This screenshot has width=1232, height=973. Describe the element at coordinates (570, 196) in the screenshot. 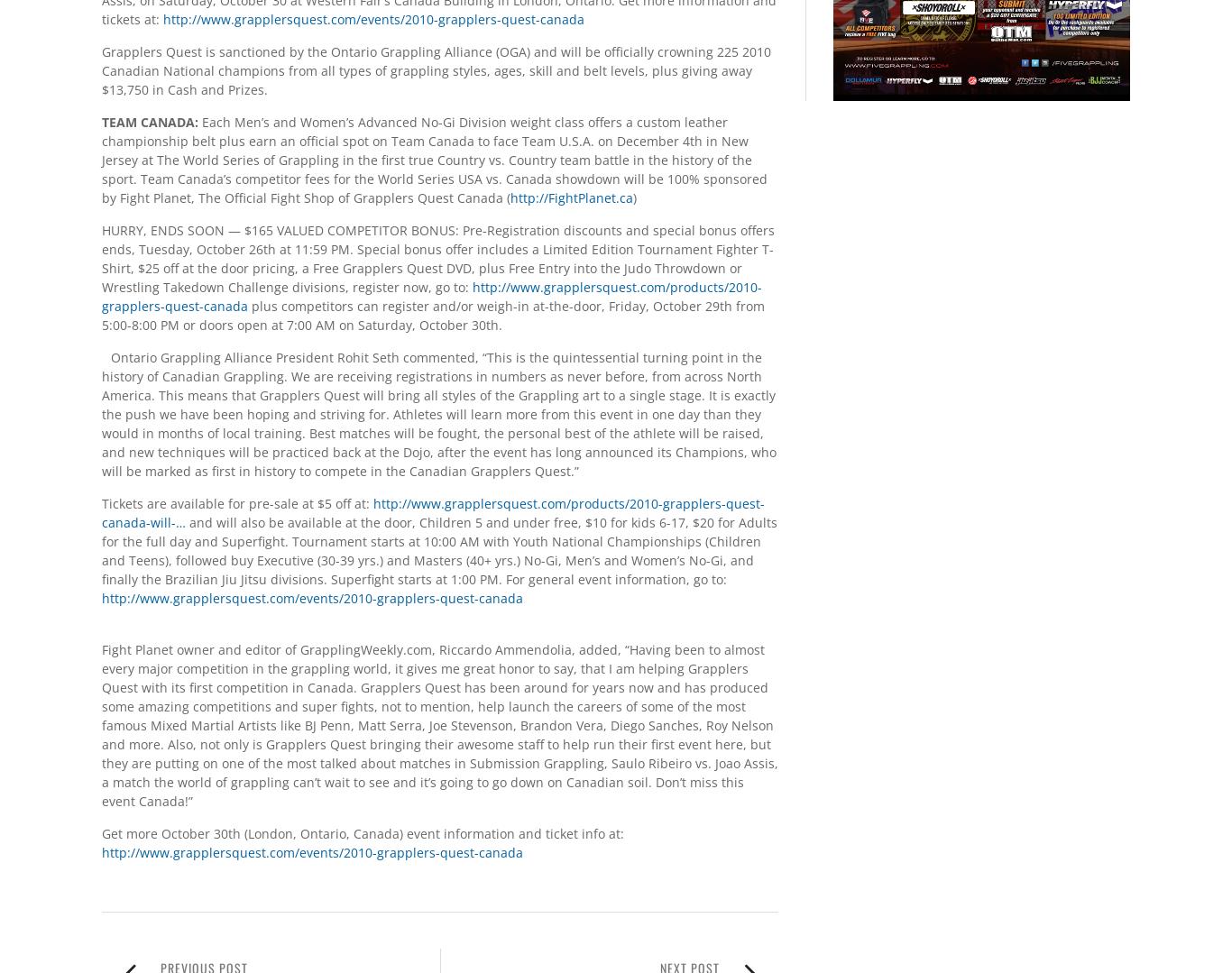

I see `'http://FightPlanet.ca'` at that location.